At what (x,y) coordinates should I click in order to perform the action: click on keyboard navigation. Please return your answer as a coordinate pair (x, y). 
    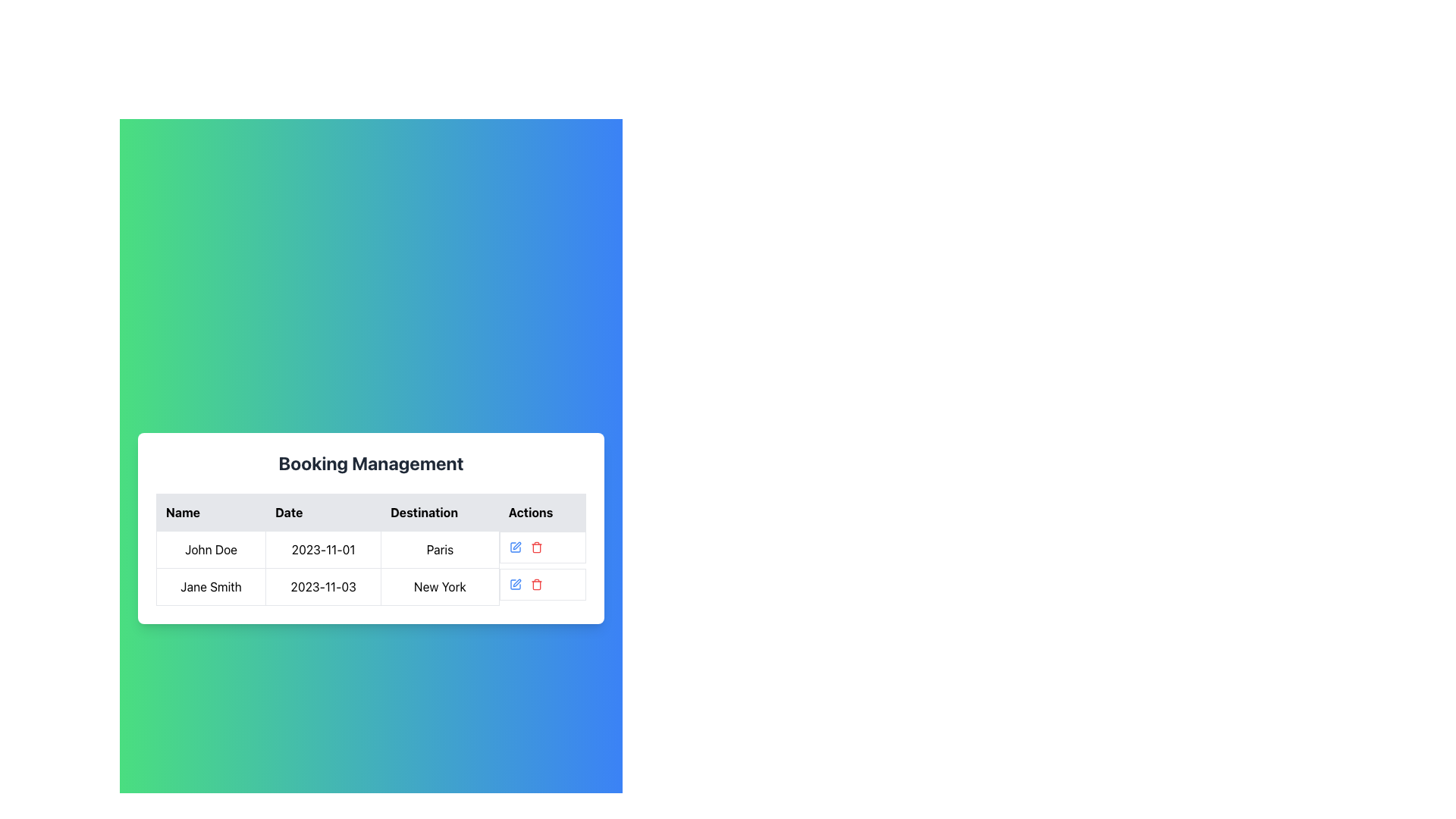
    Looking at the image, I should click on (515, 547).